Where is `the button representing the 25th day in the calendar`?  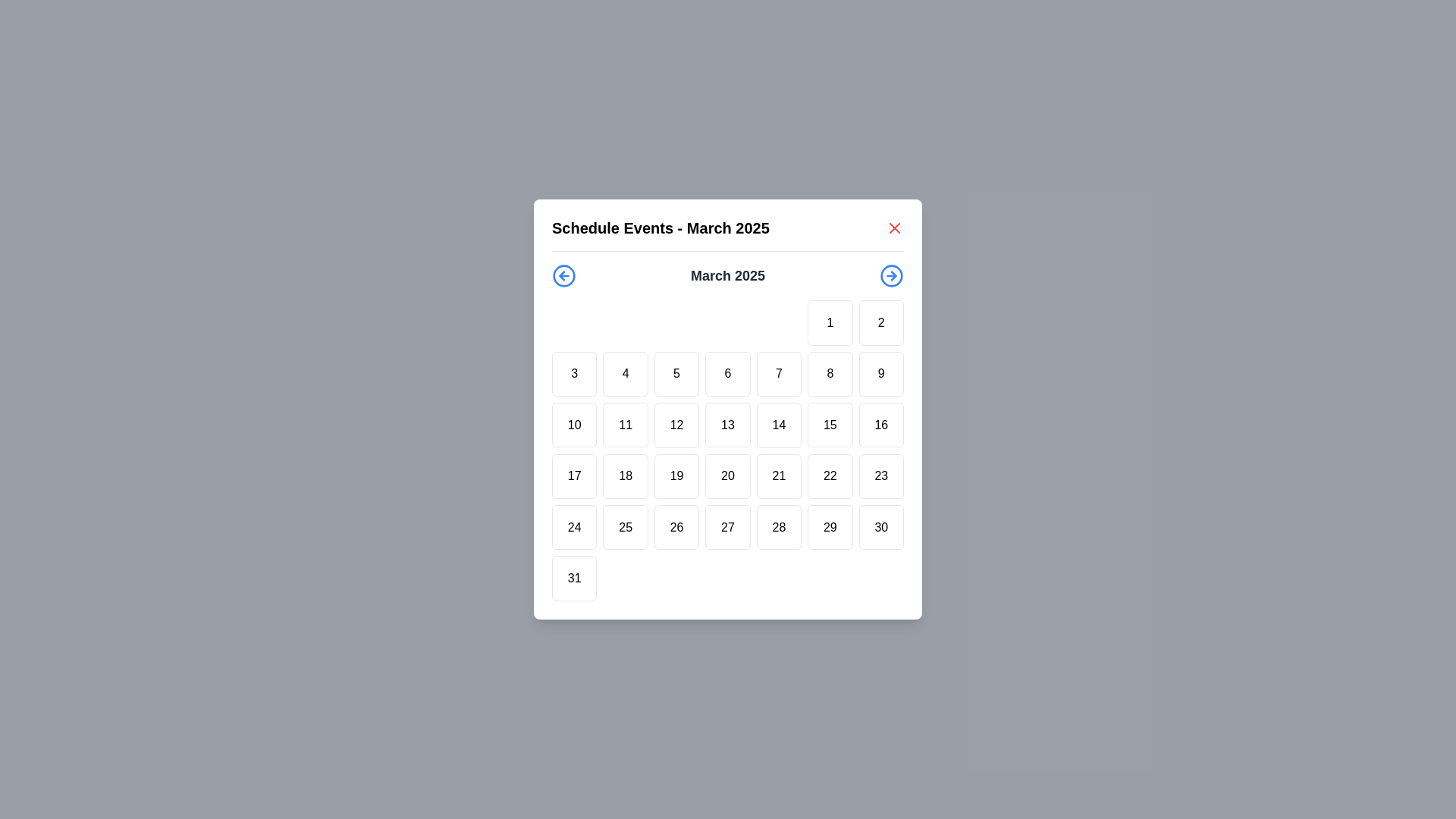
the button representing the 25th day in the calendar is located at coordinates (626, 526).